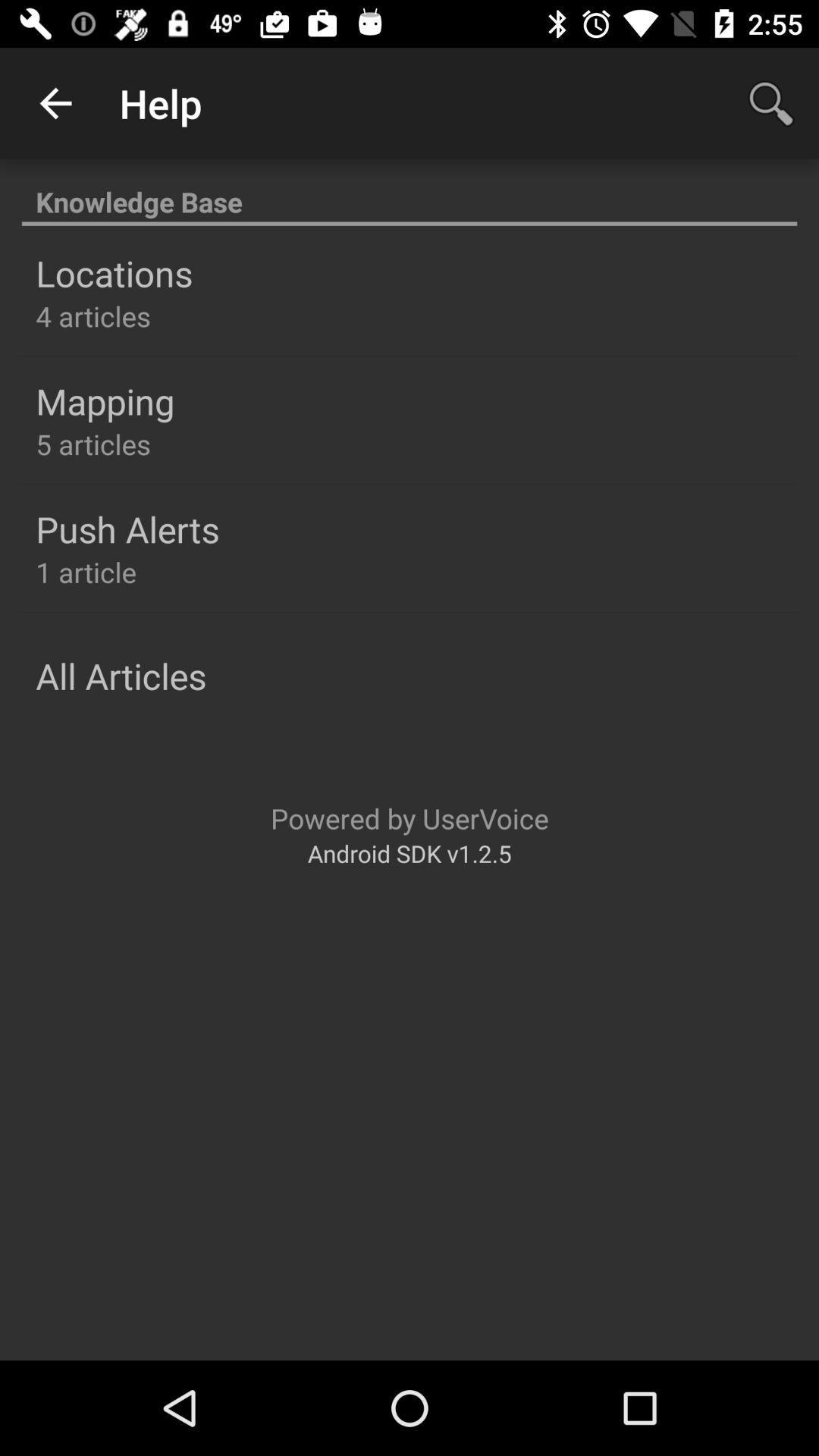 Image resolution: width=819 pixels, height=1456 pixels. What do you see at coordinates (409, 817) in the screenshot?
I see `powered by uservoice item` at bounding box center [409, 817].